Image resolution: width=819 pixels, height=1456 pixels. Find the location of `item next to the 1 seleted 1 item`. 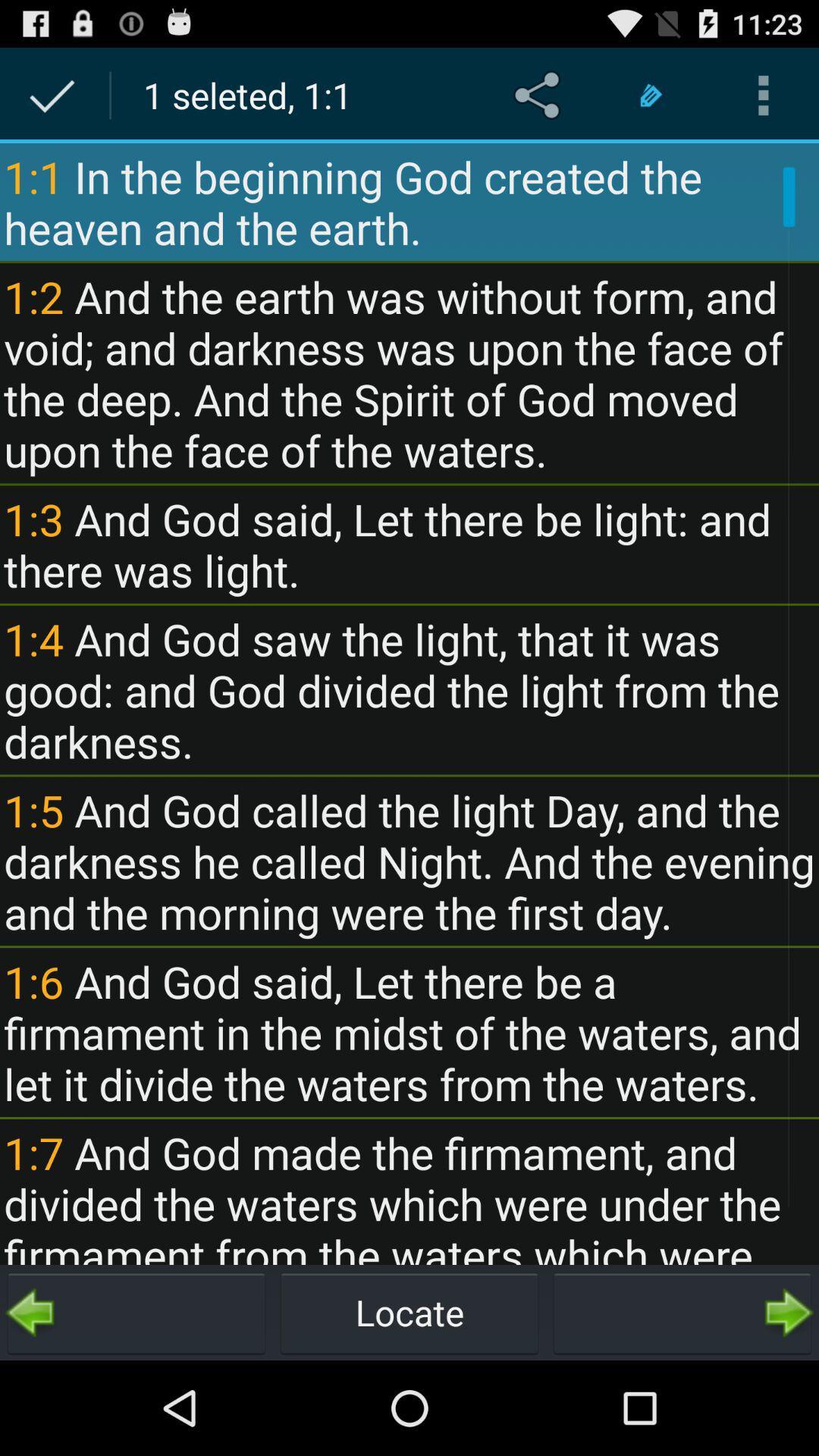

item next to the 1 seleted 1 item is located at coordinates (539, 94).